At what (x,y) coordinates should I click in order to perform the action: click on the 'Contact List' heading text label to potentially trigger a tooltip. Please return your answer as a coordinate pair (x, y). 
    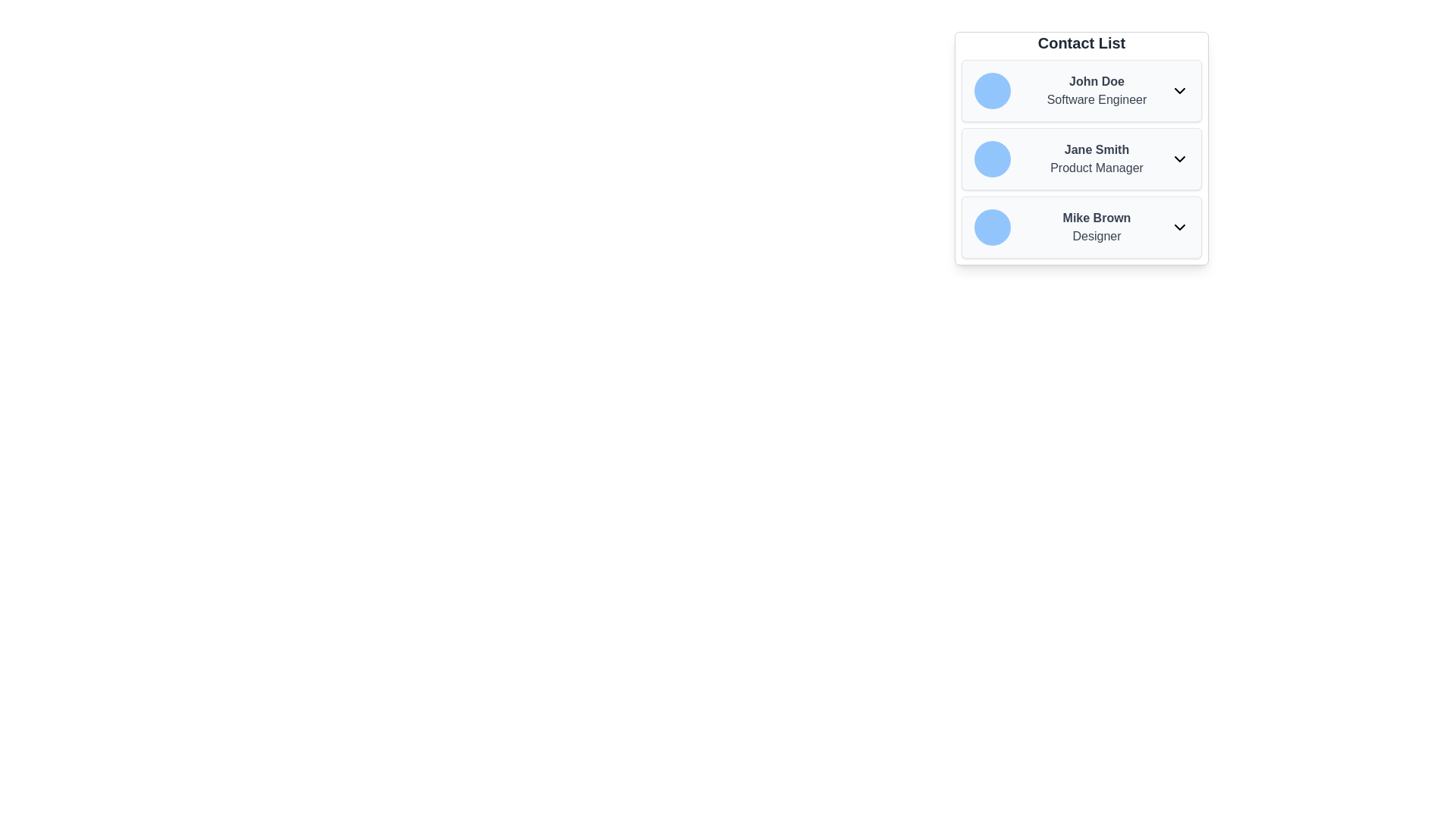
    Looking at the image, I should click on (1081, 42).